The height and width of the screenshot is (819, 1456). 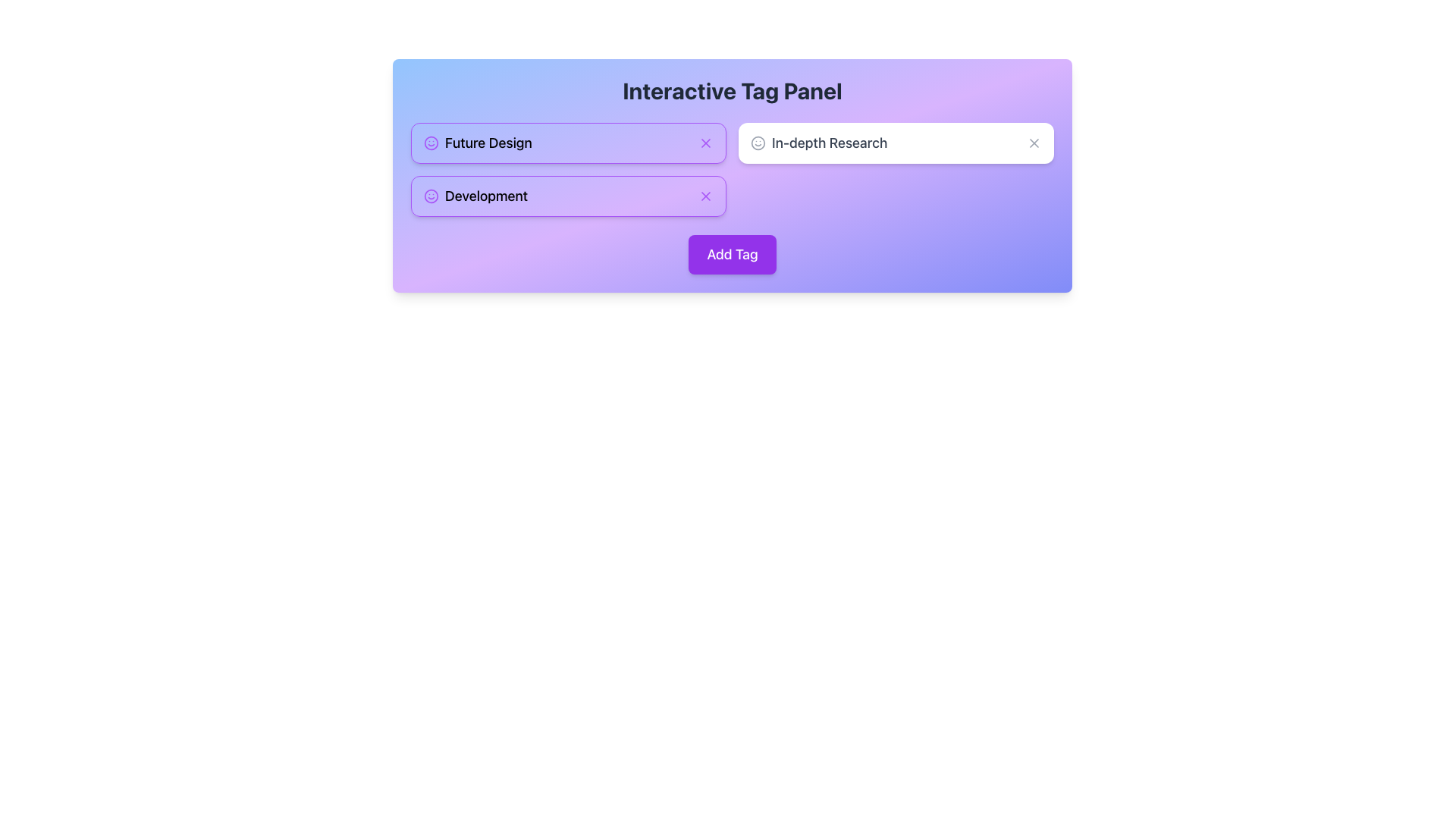 What do you see at coordinates (732, 253) in the screenshot?
I see `the 'Add Tag' button, which is a rectangular button with a purple background and white text, located centrally in the control panel for managing tags` at bounding box center [732, 253].